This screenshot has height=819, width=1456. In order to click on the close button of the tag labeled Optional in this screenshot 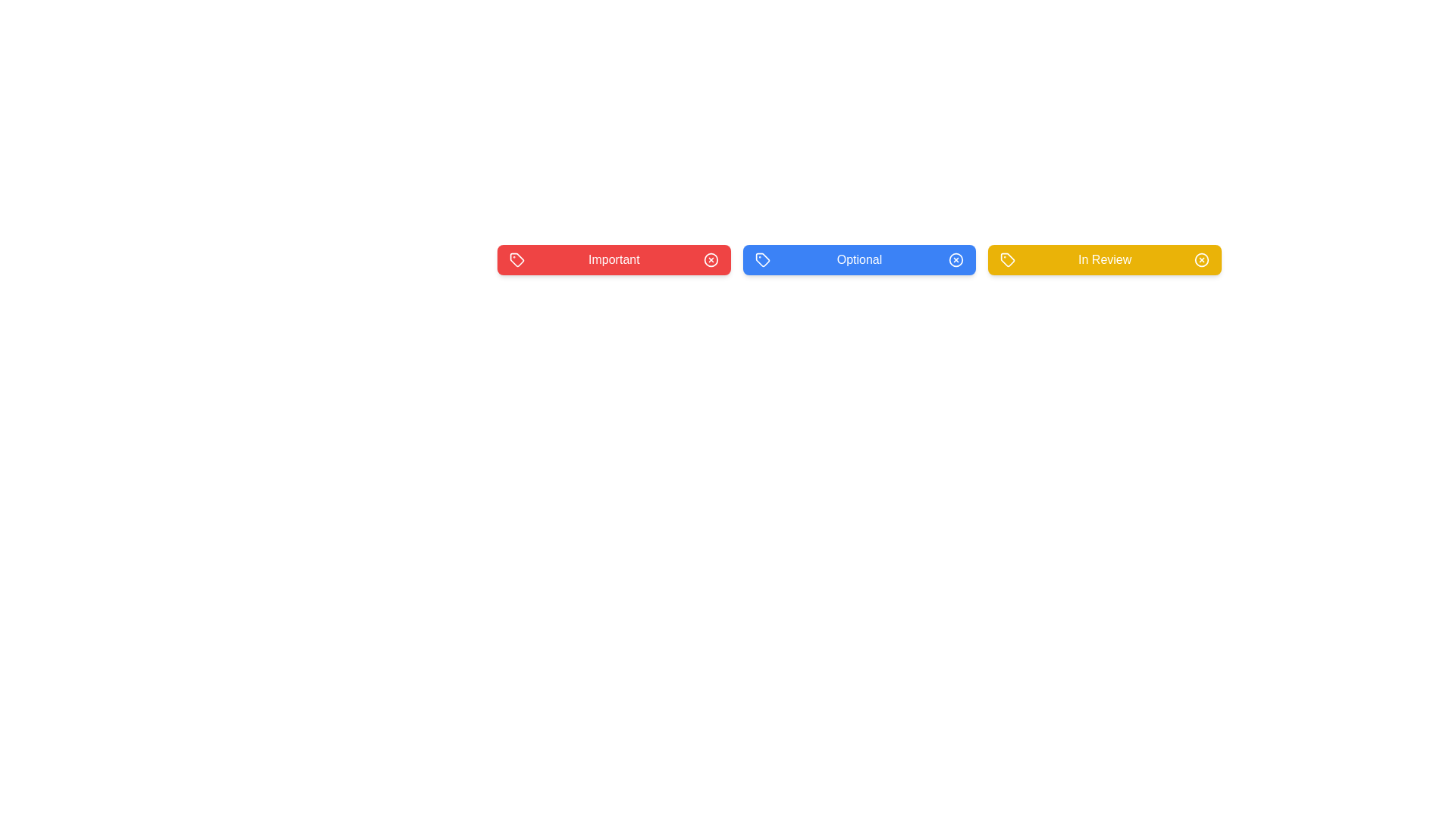, I will do `click(955, 259)`.